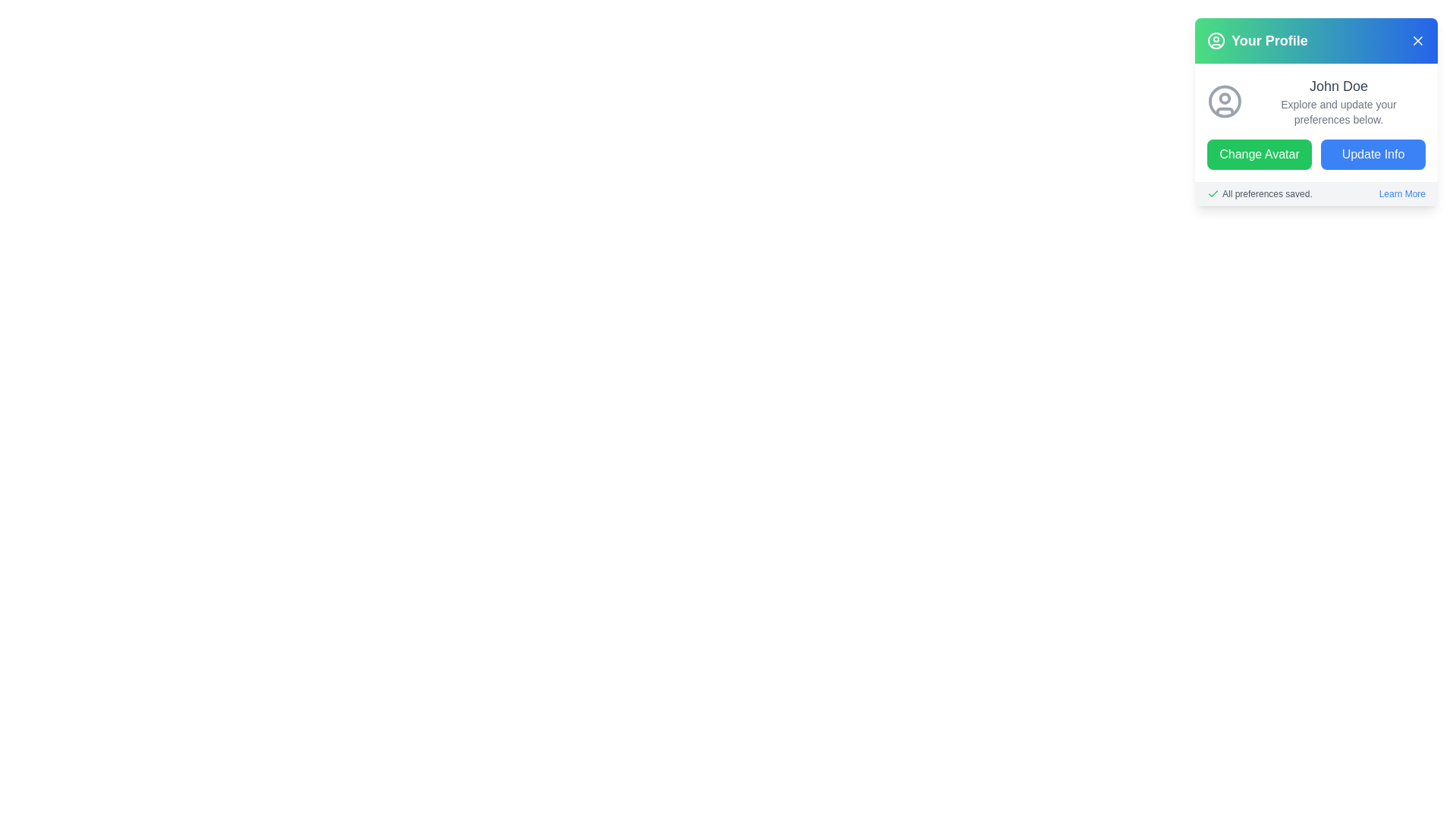 This screenshot has height=819, width=1456. Describe the element at coordinates (1260, 193) in the screenshot. I see `the informational message confirming user preferences have been saved, located in the bottom section of the modal with a light-gray background` at that location.